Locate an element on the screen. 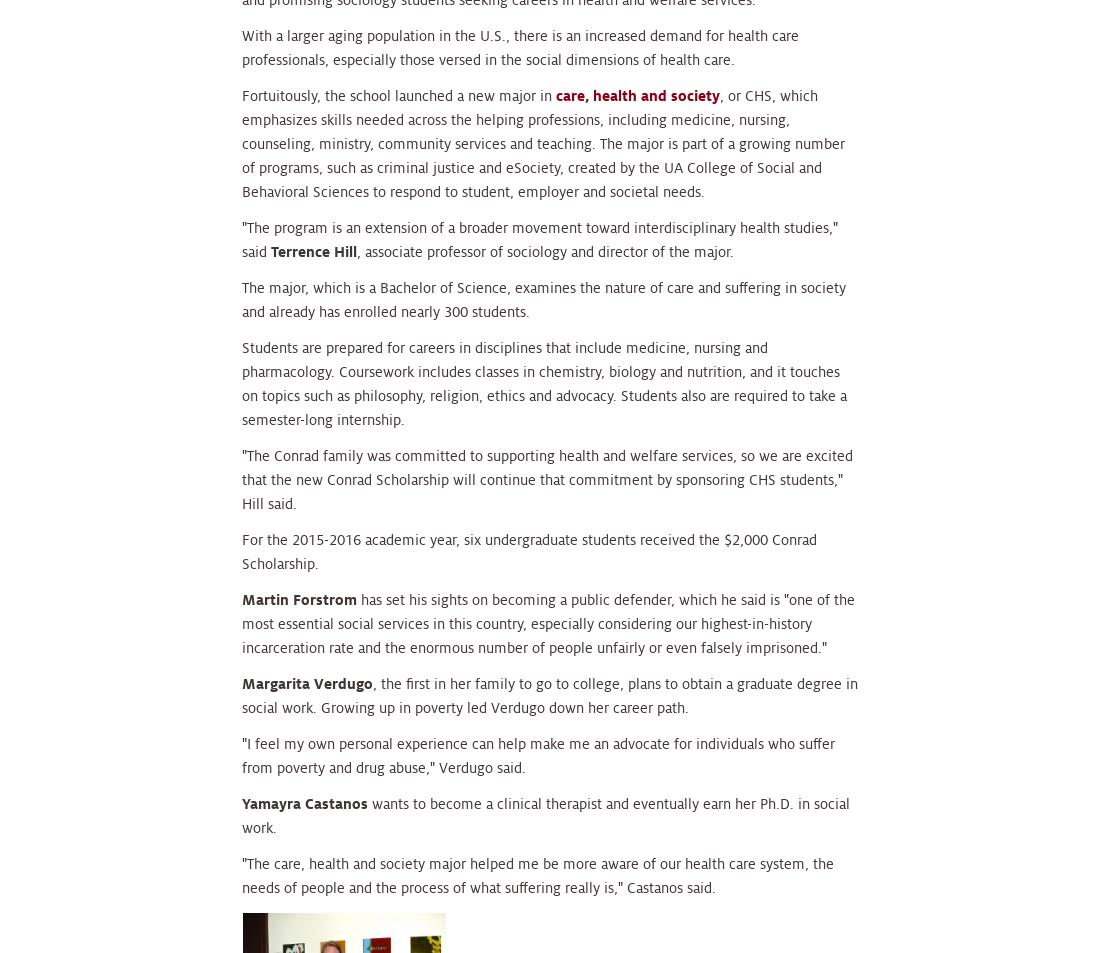 This screenshot has width=1100, height=953. '"The care, health and society major helped me be more aware of our health care system, the needs of people and the process of what suffering really is," Castanos said.' is located at coordinates (538, 875).